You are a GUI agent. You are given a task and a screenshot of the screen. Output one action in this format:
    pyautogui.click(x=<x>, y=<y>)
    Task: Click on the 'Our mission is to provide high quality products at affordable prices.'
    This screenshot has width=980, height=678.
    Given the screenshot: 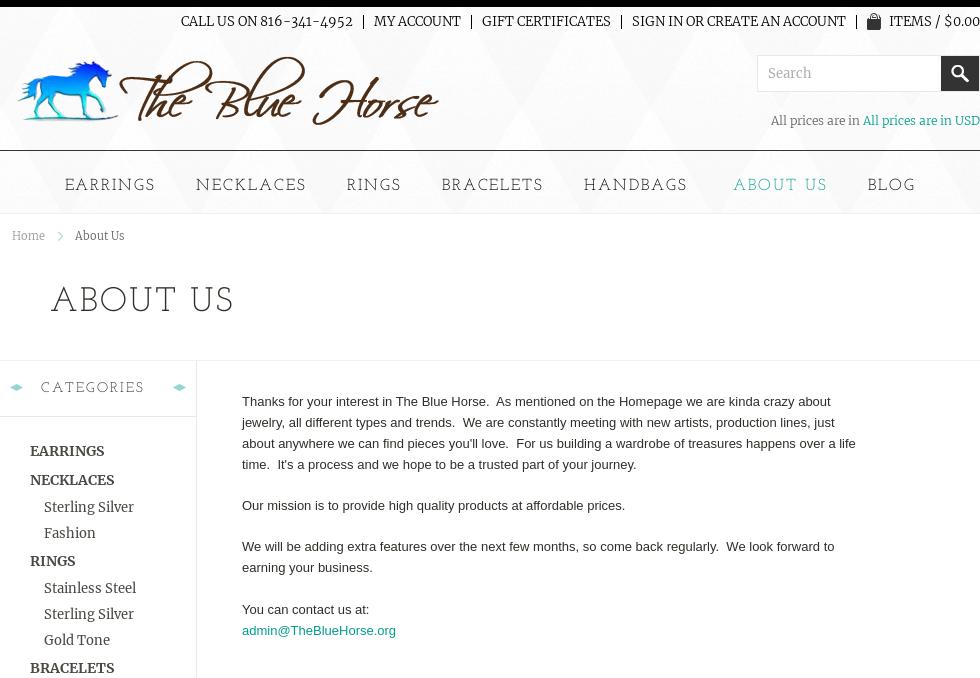 What is the action you would take?
    pyautogui.click(x=433, y=503)
    